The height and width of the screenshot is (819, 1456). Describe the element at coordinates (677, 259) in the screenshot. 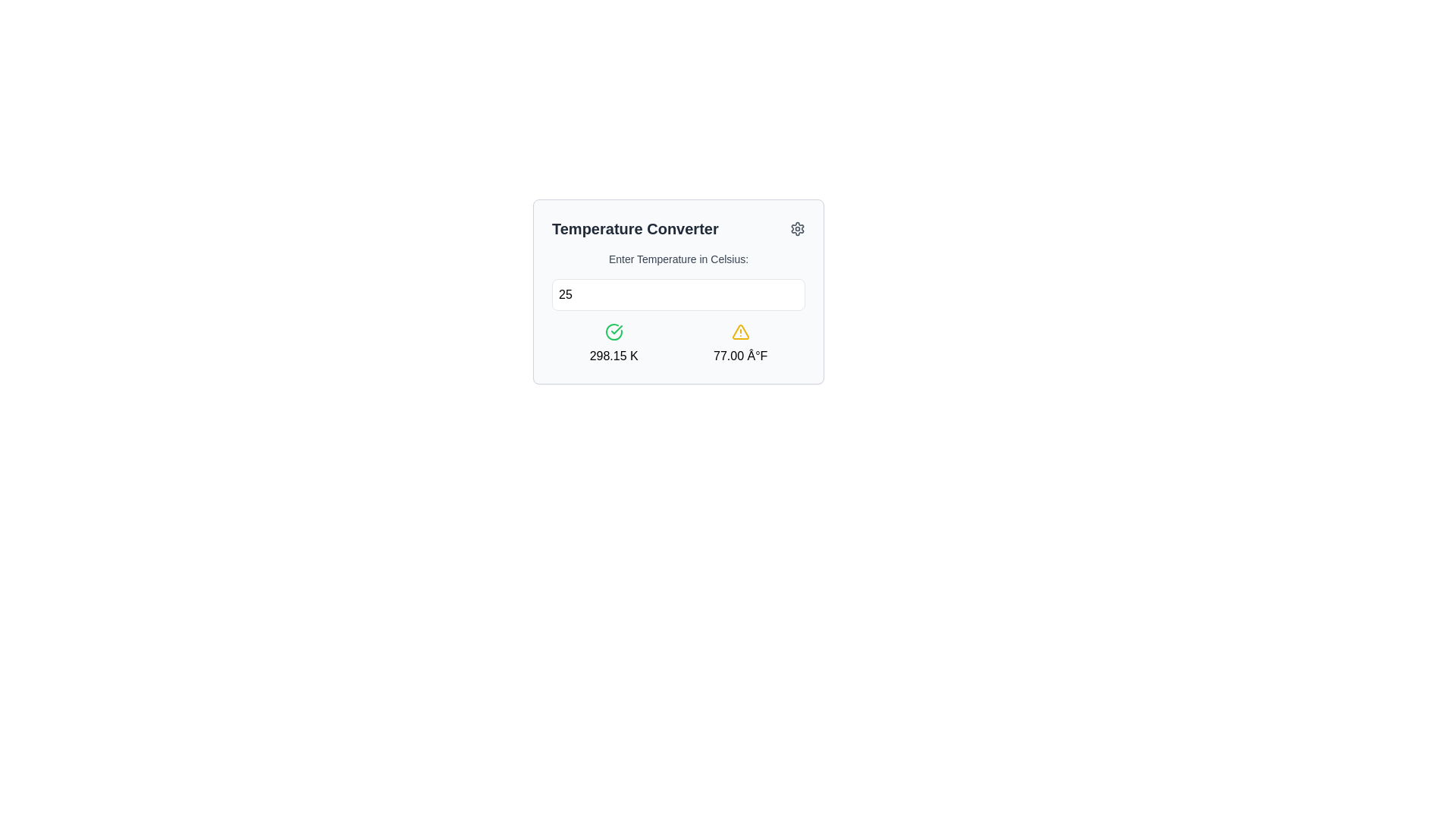

I see `the static text label reading 'Enter Temperature in Celsius:' which is positioned at the top of a structured group of elements in a card layout` at that location.